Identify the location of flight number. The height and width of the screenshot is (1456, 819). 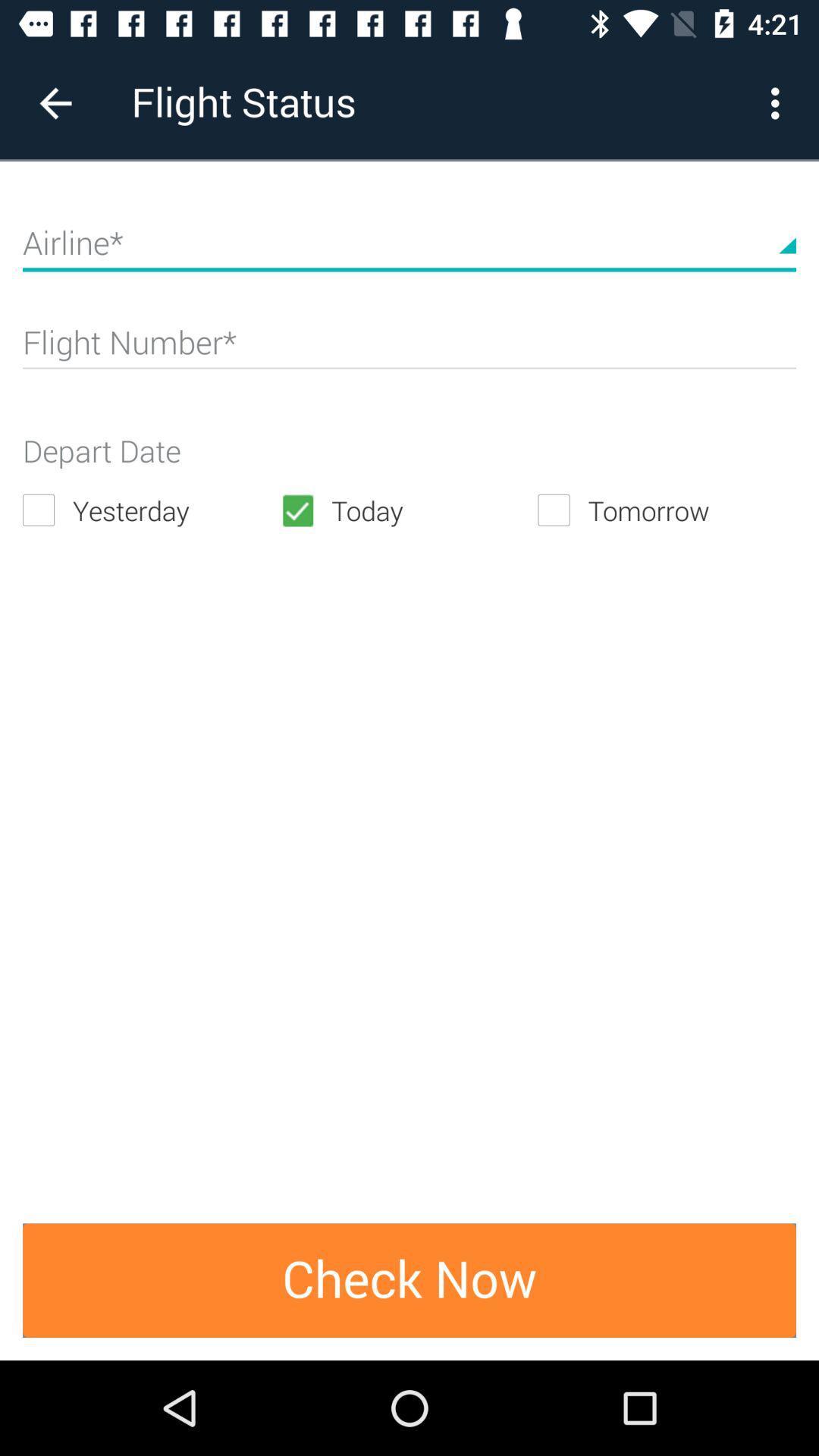
(409, 348).